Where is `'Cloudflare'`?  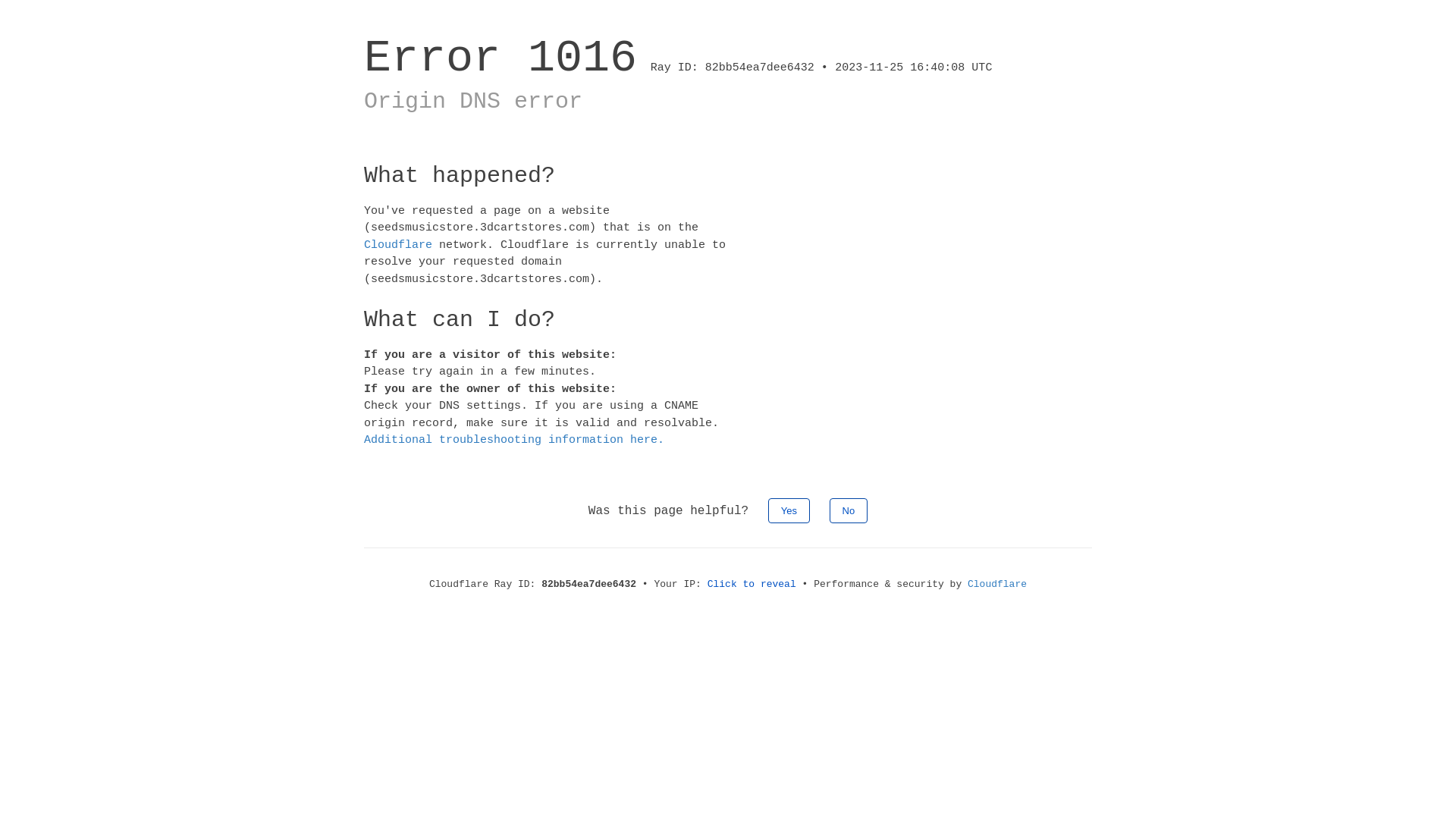
'Cloudflare' is located at coordinates (397, 243).